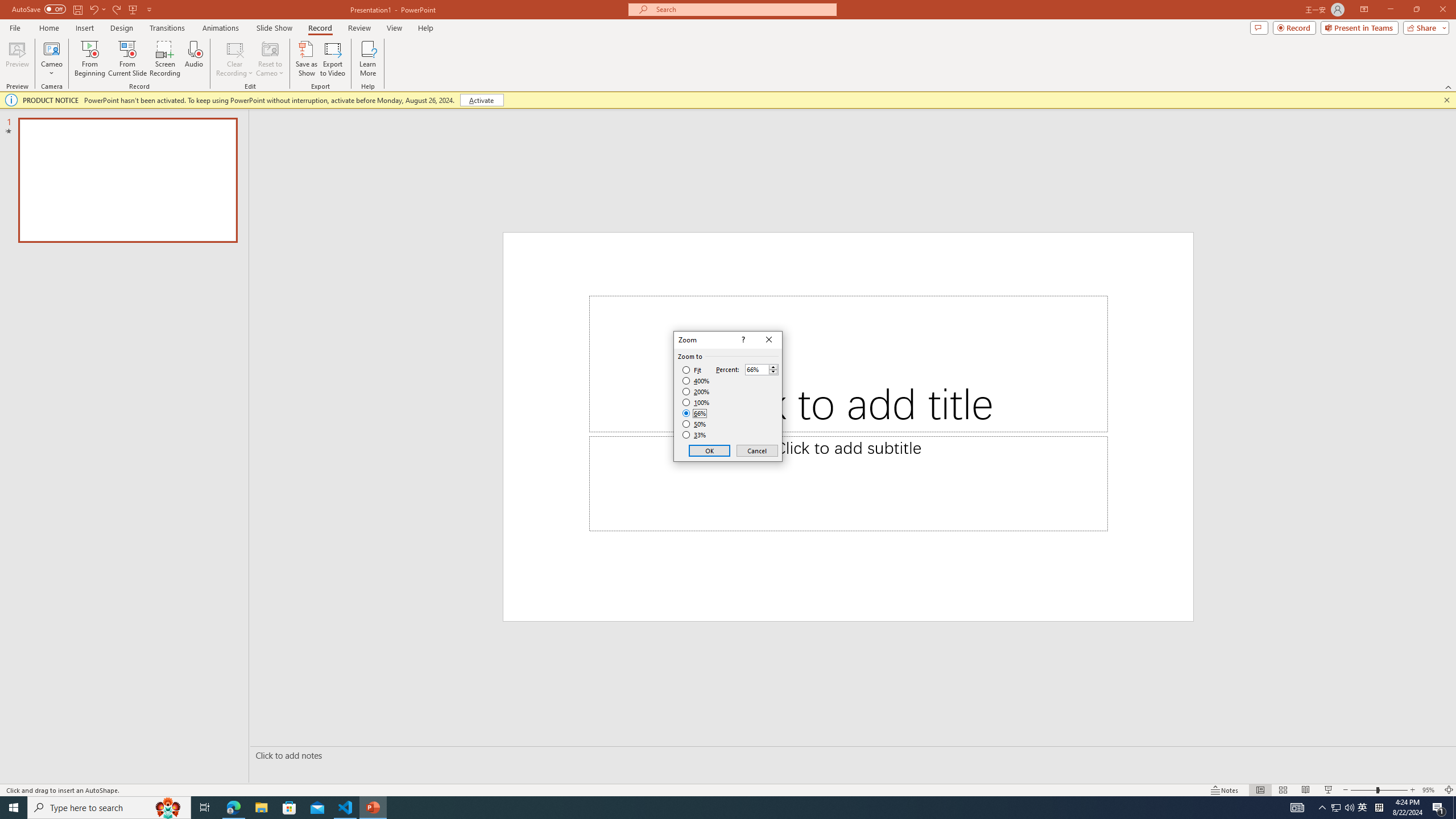 The height and width of the screenshot is (819, 1456). Describe the element at coordinates (306, 59) in the screenshot. I see `'Save as Show'` at that location.